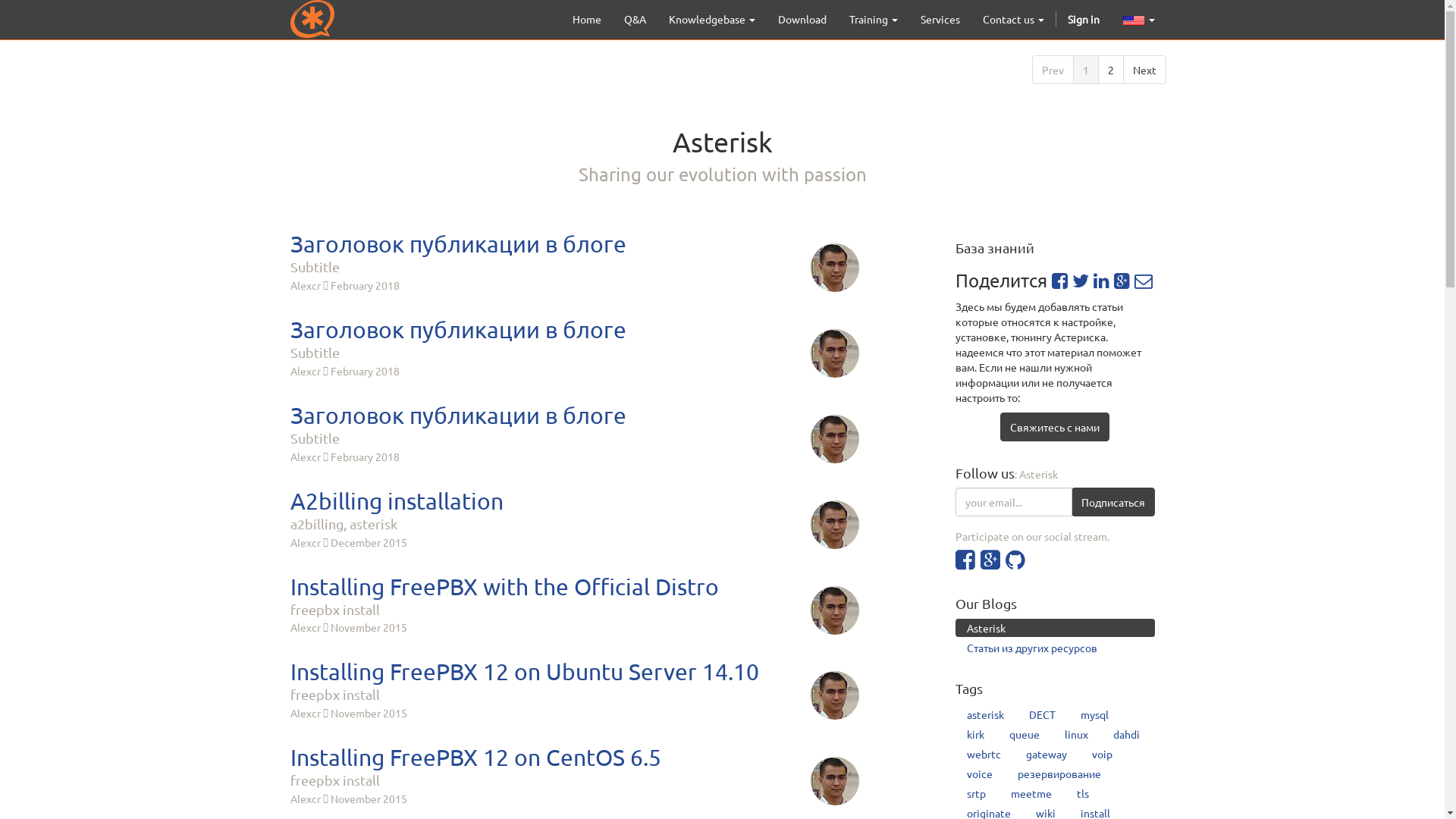 This screenshot has width=1456, height=819. What do you see at coordinates (635, 18) in the screenshot?
I see `'Q&A'` at bounding box center [635, 18].